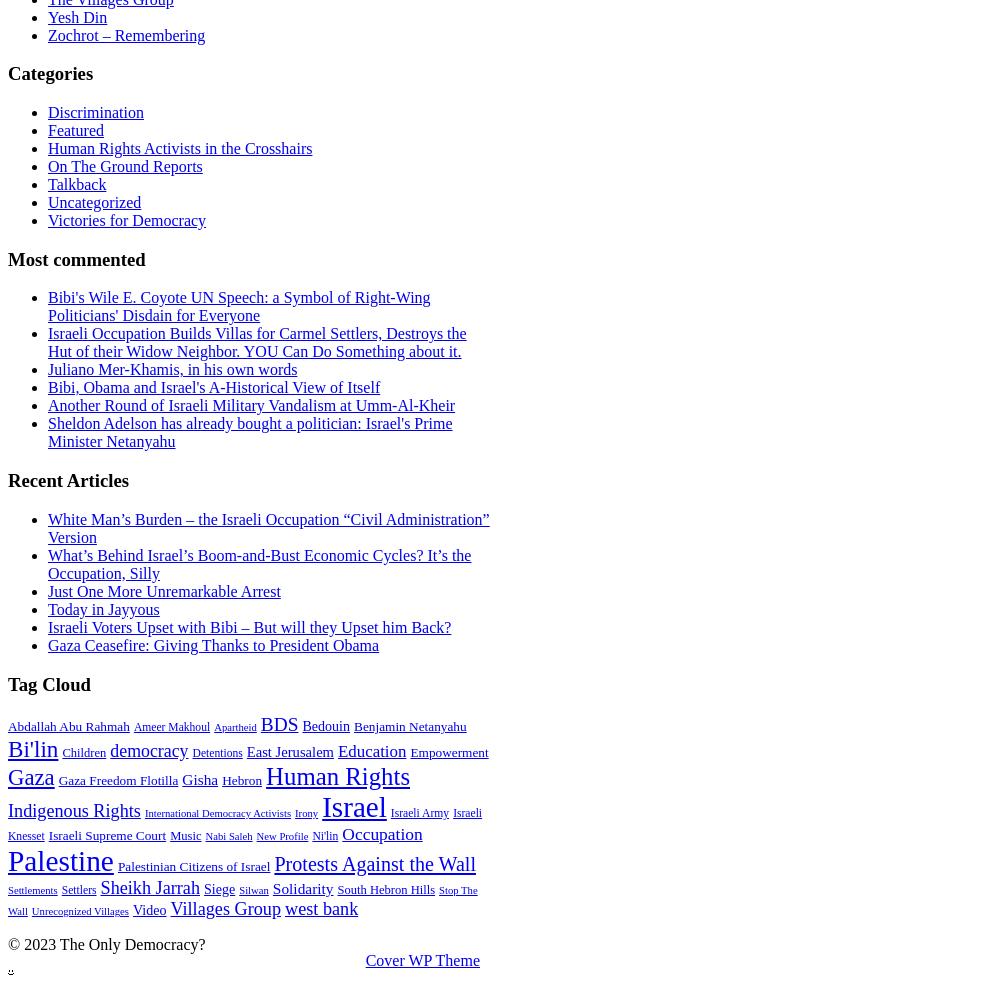 Image resolution: width=982 pixels, height=985 pixels. Describe the element at coordinates (102, 607) in the screenshot. I see `'Today in Jayyous'` at that location.